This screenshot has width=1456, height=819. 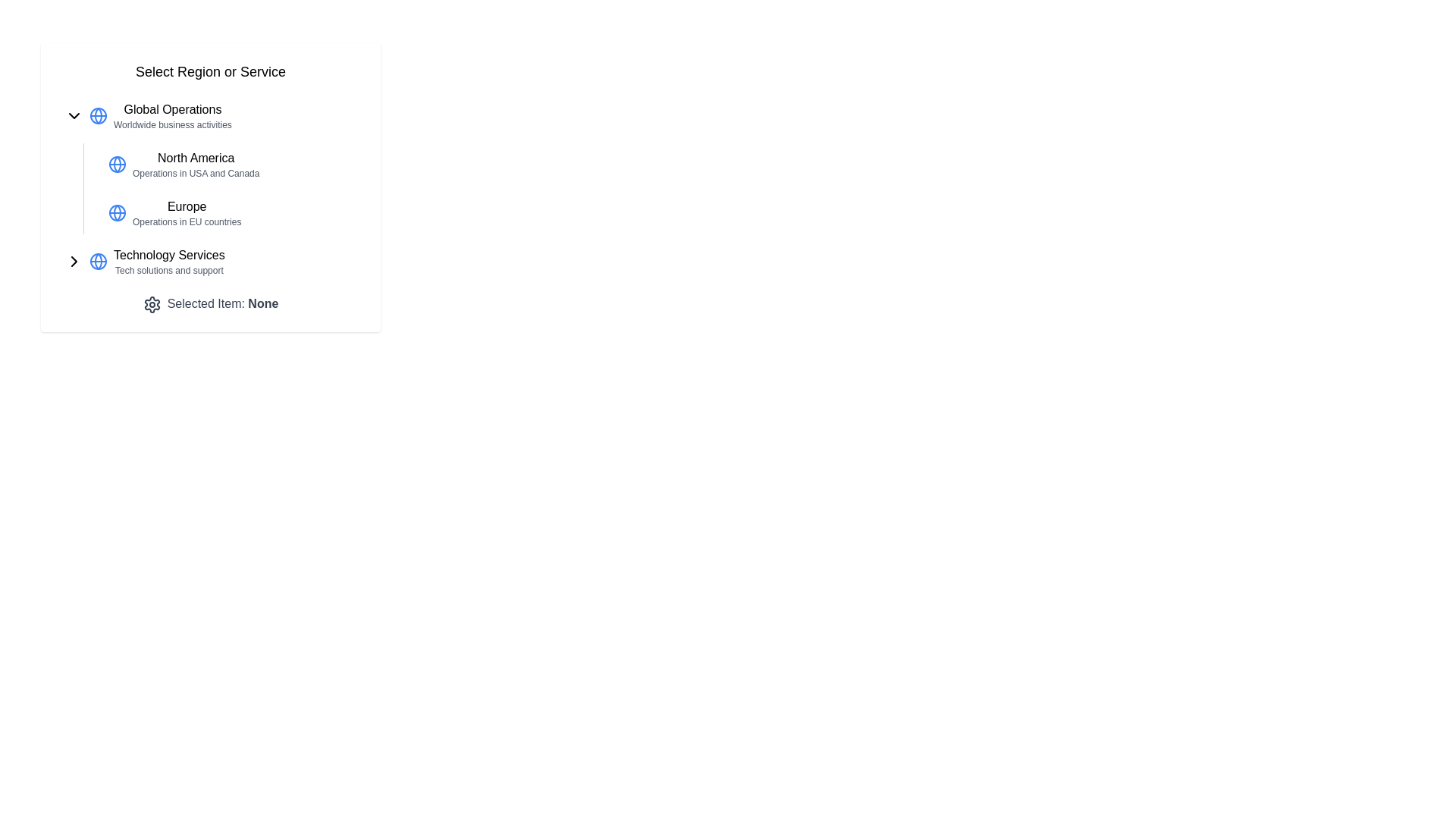 I want to click on the blue outlined circle element within the globe representation associated with the 'Europe' menu item in the 'Global Operations' category, so click(x=116, y=213).